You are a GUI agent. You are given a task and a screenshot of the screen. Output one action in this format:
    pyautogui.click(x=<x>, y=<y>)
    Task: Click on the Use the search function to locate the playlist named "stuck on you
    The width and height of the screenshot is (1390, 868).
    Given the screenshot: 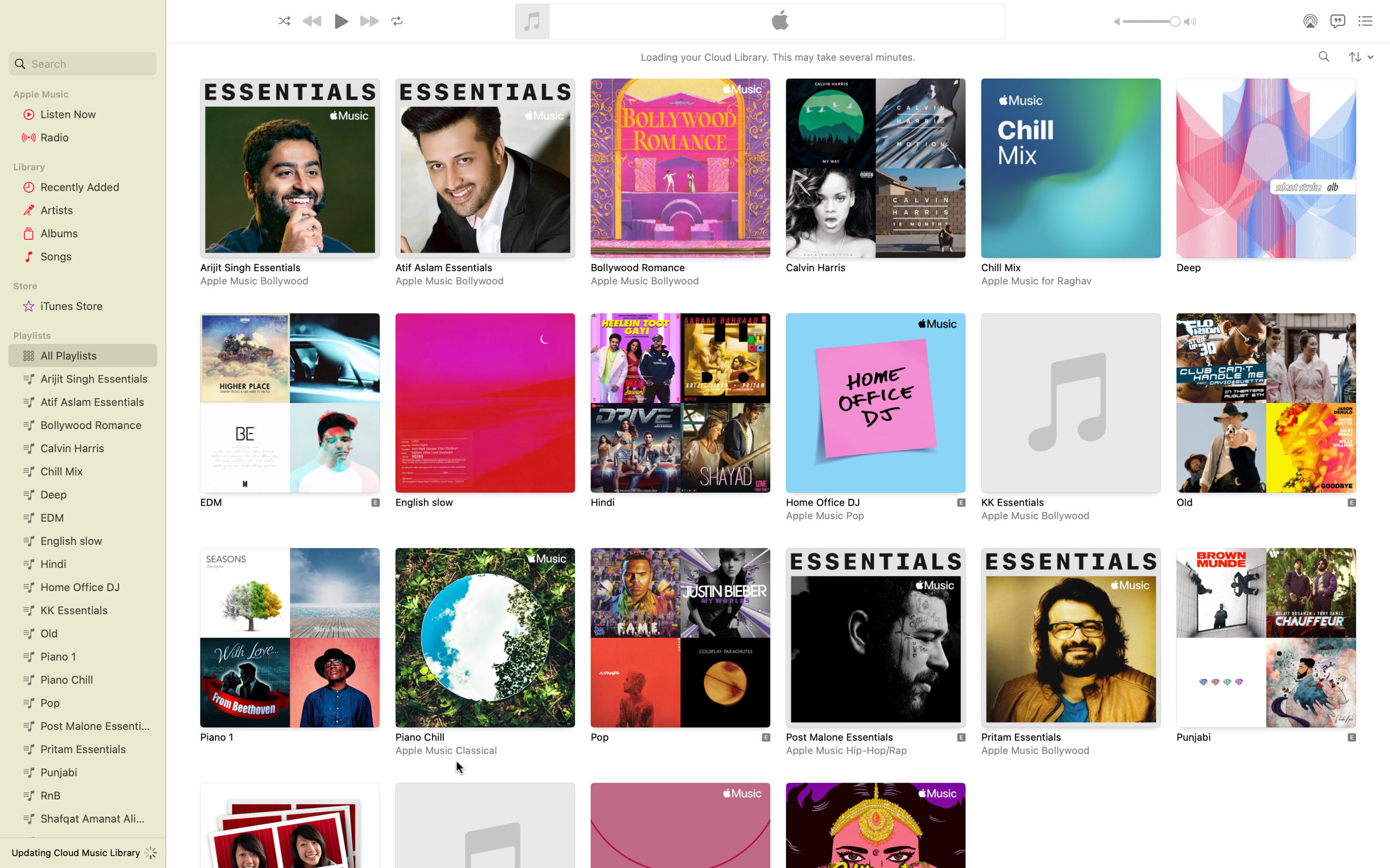 What is the action you would take?
    pyautogui.click(x=81, y=64)
    